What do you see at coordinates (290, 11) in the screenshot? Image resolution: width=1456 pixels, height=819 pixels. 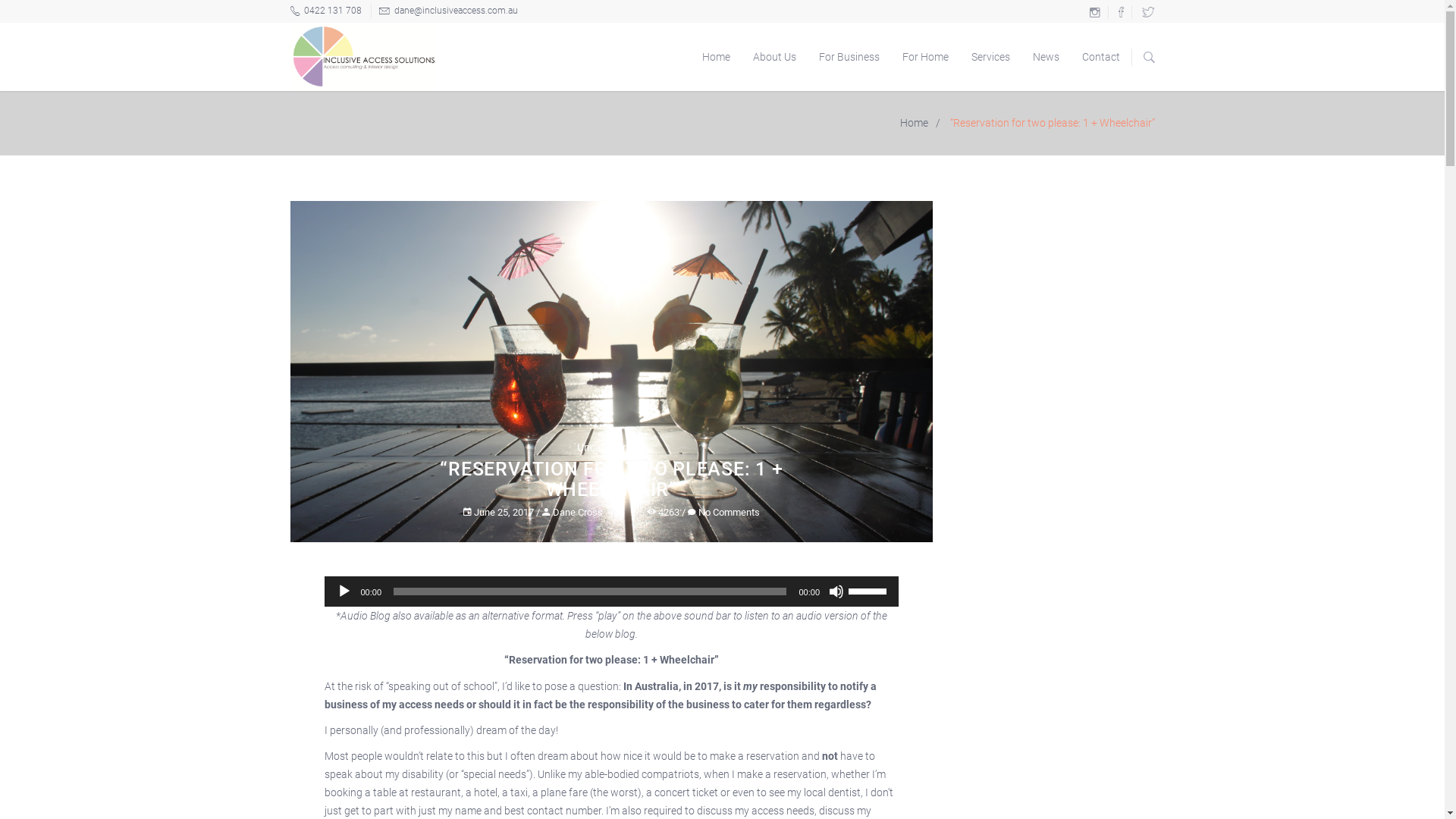 I see `'0422 131 708'` at bounding box center [290, 11].